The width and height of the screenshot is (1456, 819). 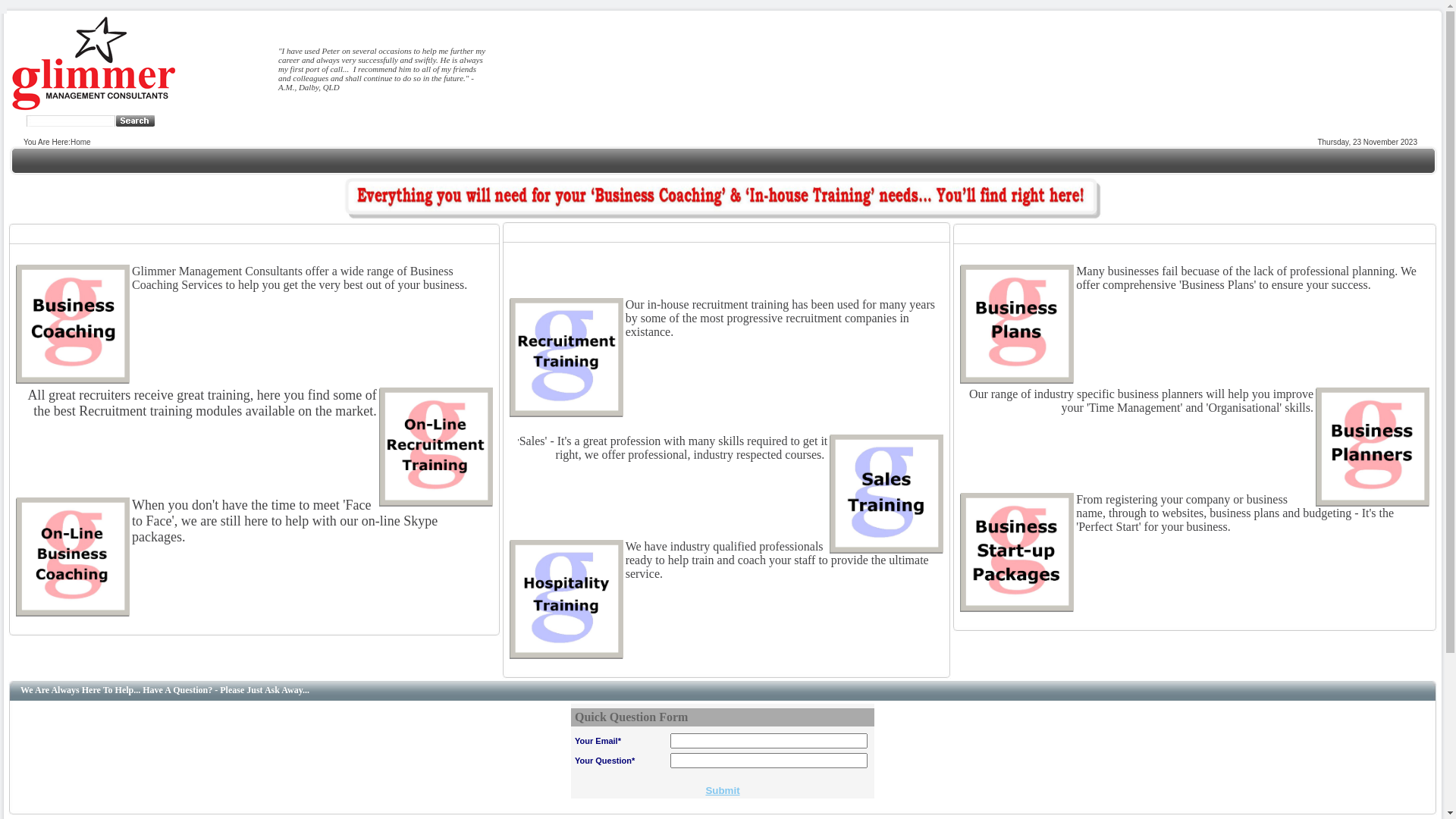 What do you see at coordinates (123, 121) in the screenshot?
I see `' '` at bounding box center [123, 121].